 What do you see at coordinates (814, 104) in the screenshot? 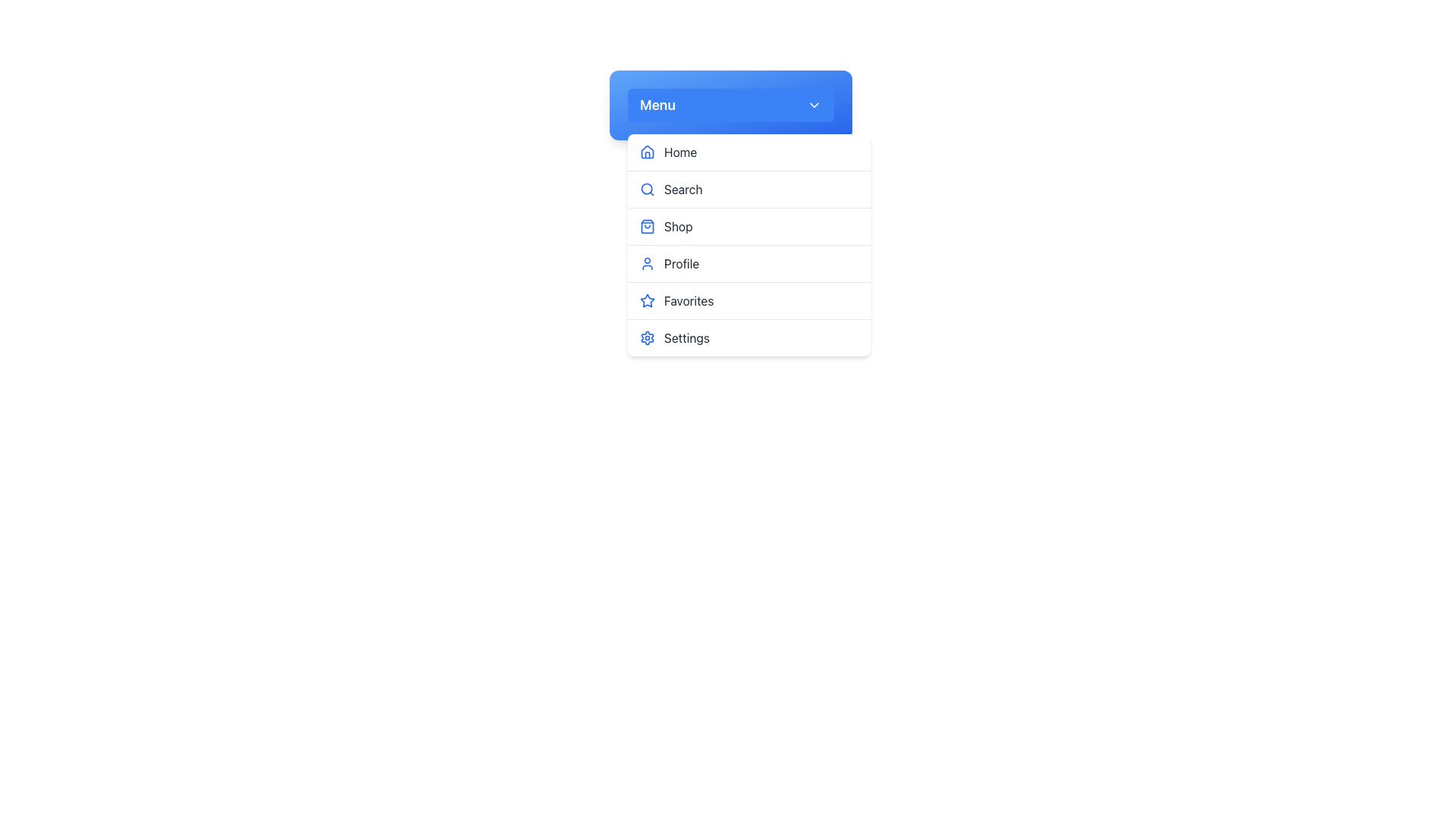
I see `the downward-pointing chevron icon located at the far-right end of the 'Menu' button in the blue header` at bounding box center [814, 104].